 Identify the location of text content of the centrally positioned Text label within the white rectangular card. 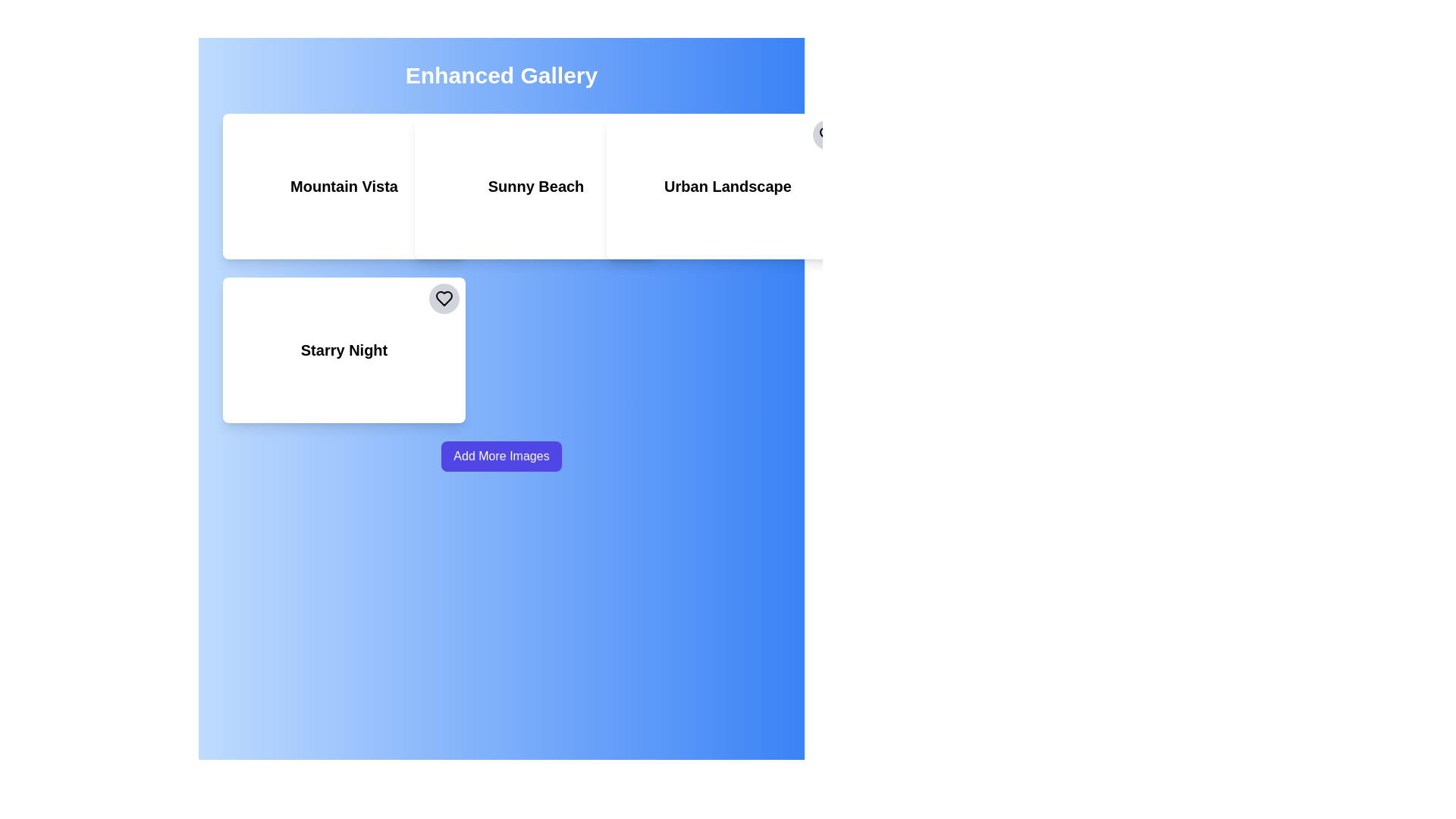
(344, 186).